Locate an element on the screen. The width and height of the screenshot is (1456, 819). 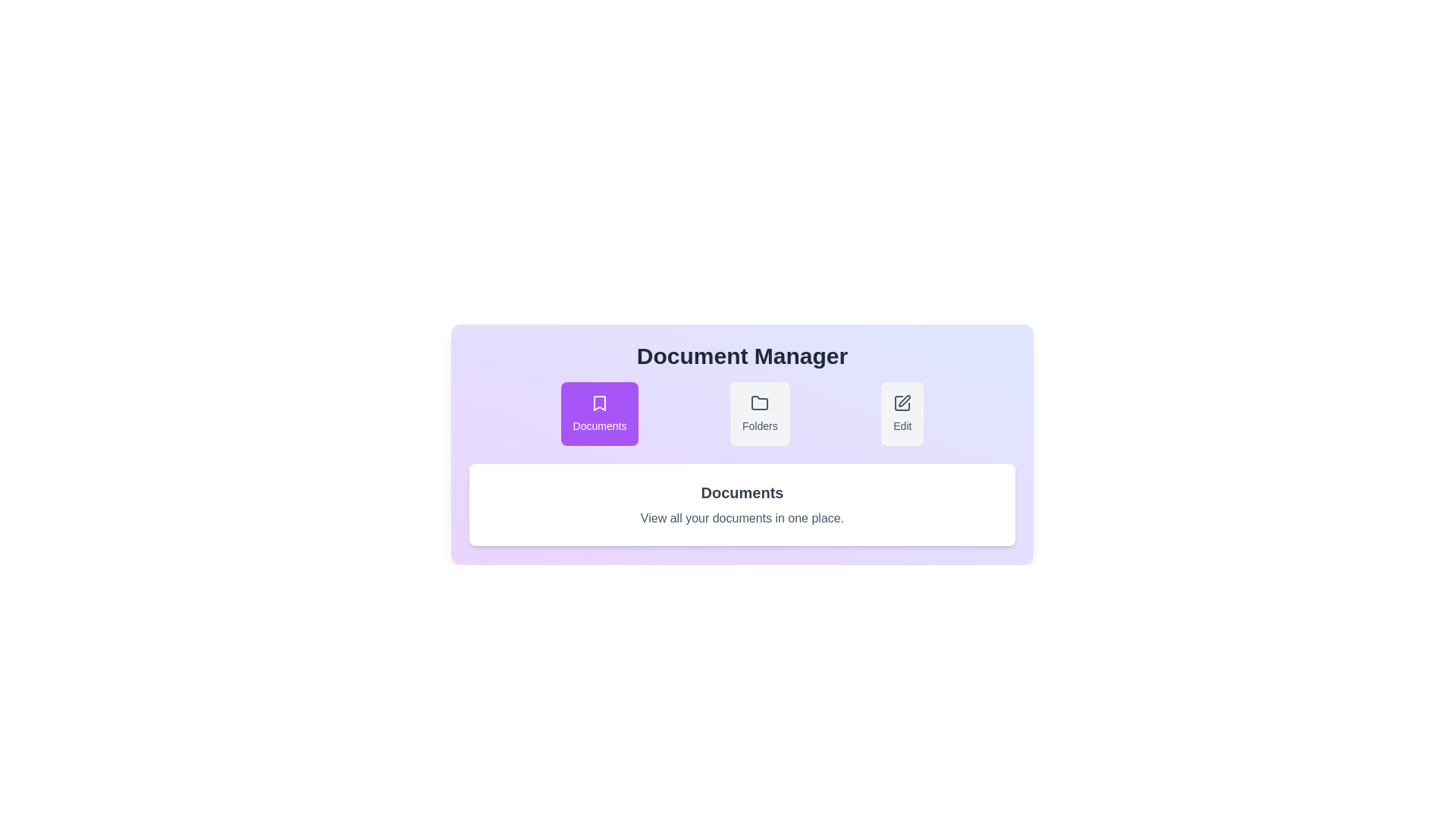
the bookmark icon within the 'Documents' button group, which is characterized by its triangular bottom corner and purple background is located at coordinates (599, 403).